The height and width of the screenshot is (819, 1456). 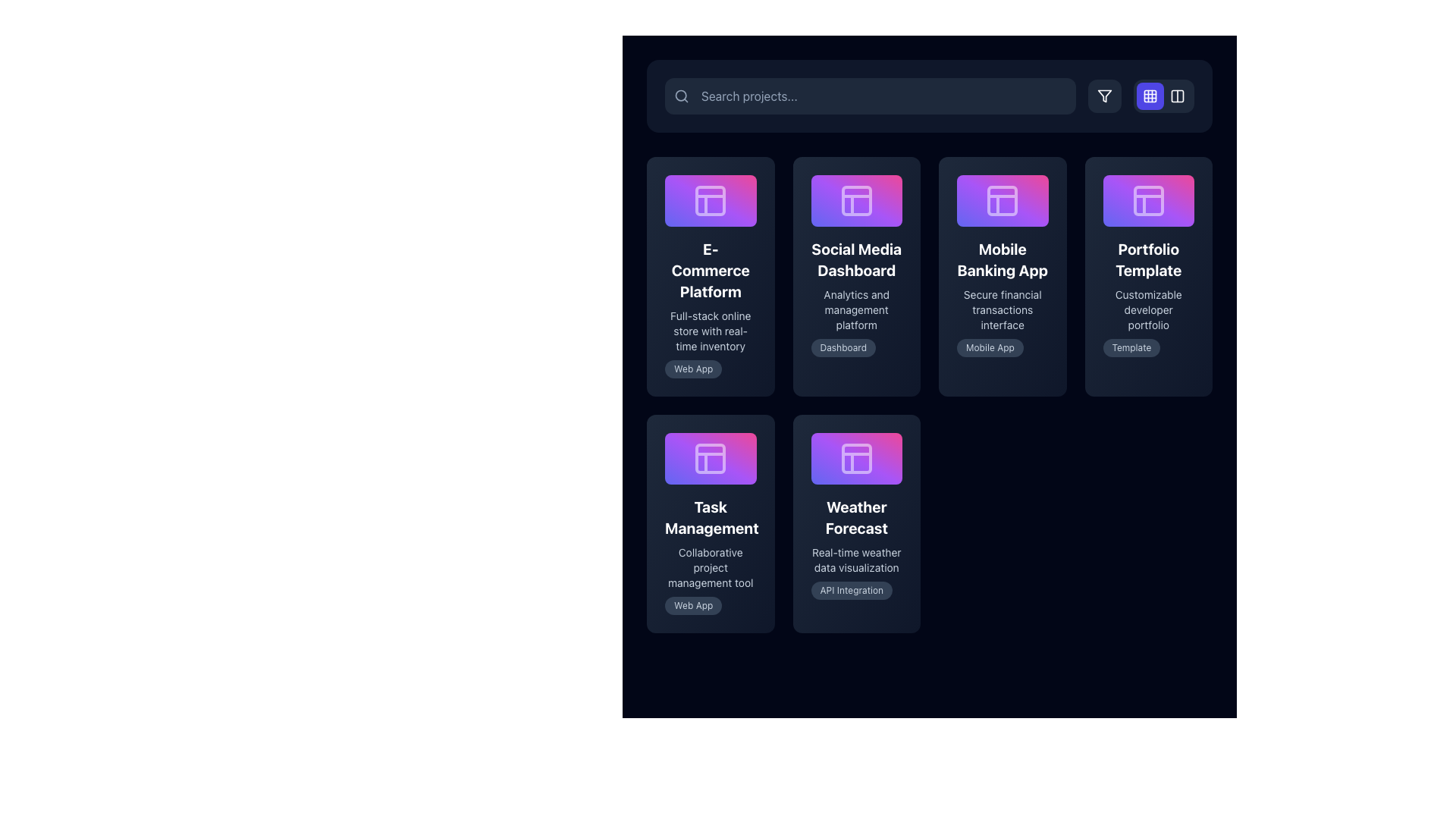 I want to click on the middle square button with a blue background and a white grid icon, so click(x=1141, y=96).